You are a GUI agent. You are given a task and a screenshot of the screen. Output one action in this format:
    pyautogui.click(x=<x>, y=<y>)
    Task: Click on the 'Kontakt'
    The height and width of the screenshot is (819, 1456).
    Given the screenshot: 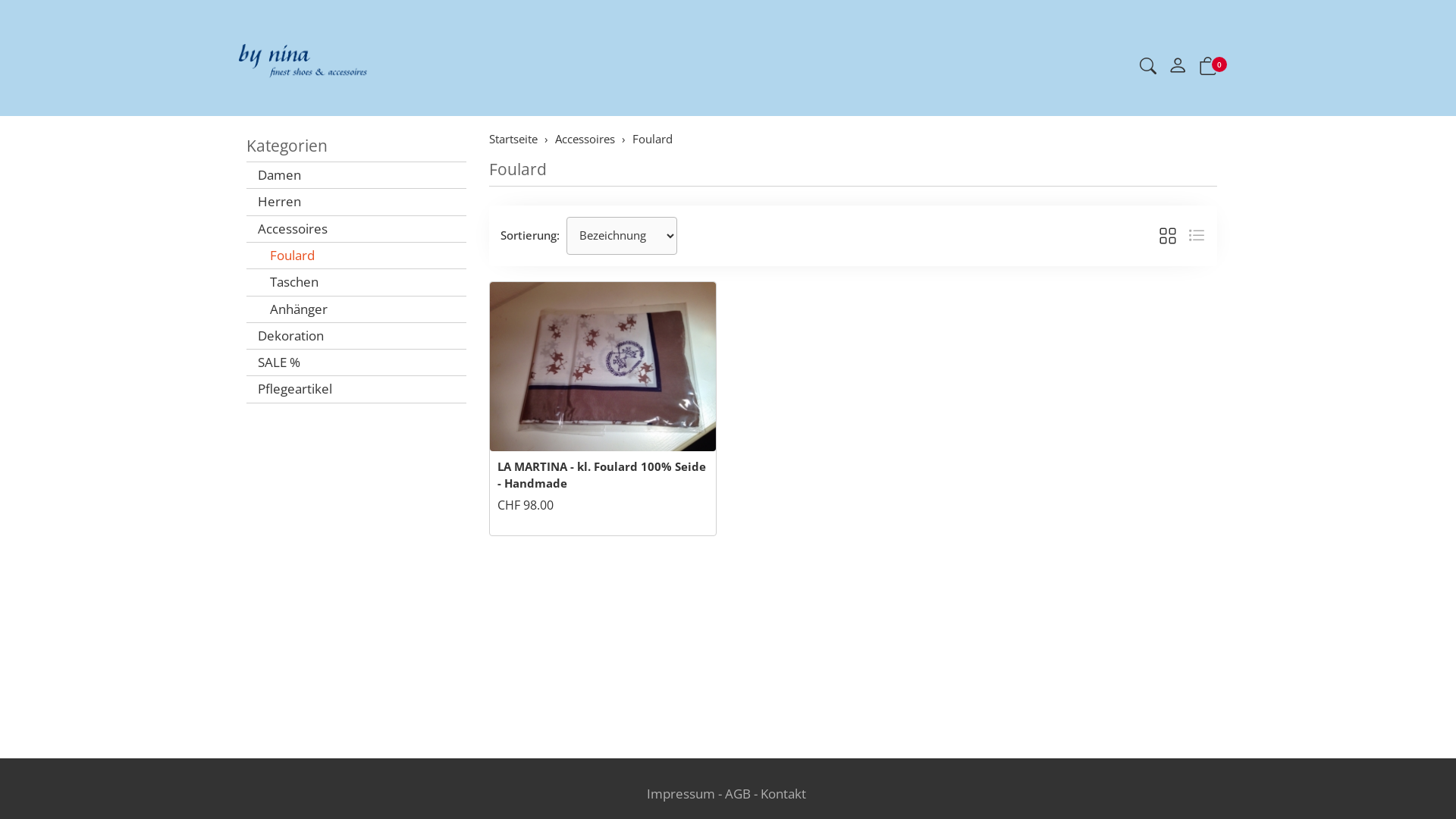 What is the action you would take?
    pyautogui.click(x=783, y=792)
    